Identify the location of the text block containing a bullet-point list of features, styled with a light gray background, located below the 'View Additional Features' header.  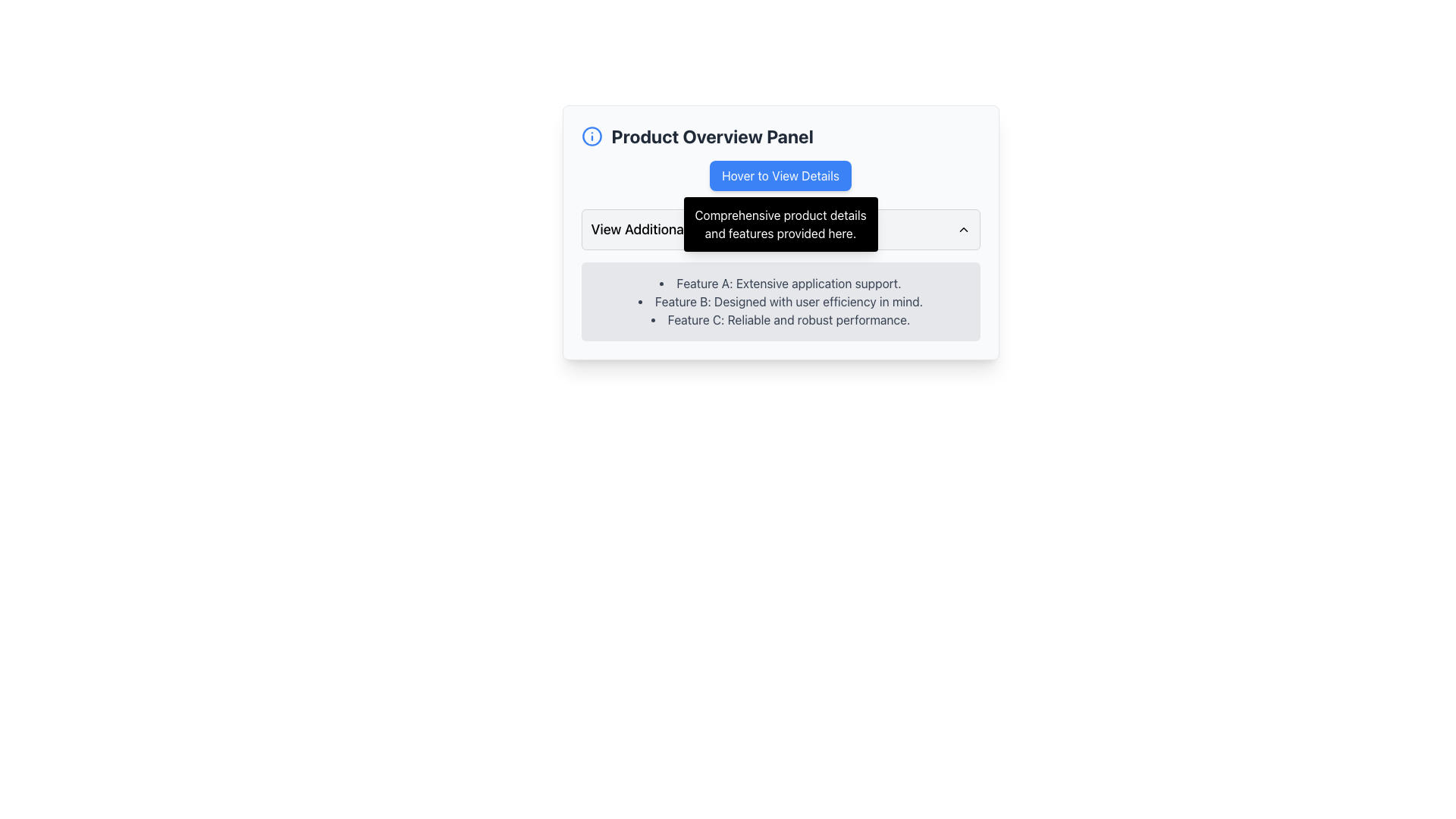
(780, 301).